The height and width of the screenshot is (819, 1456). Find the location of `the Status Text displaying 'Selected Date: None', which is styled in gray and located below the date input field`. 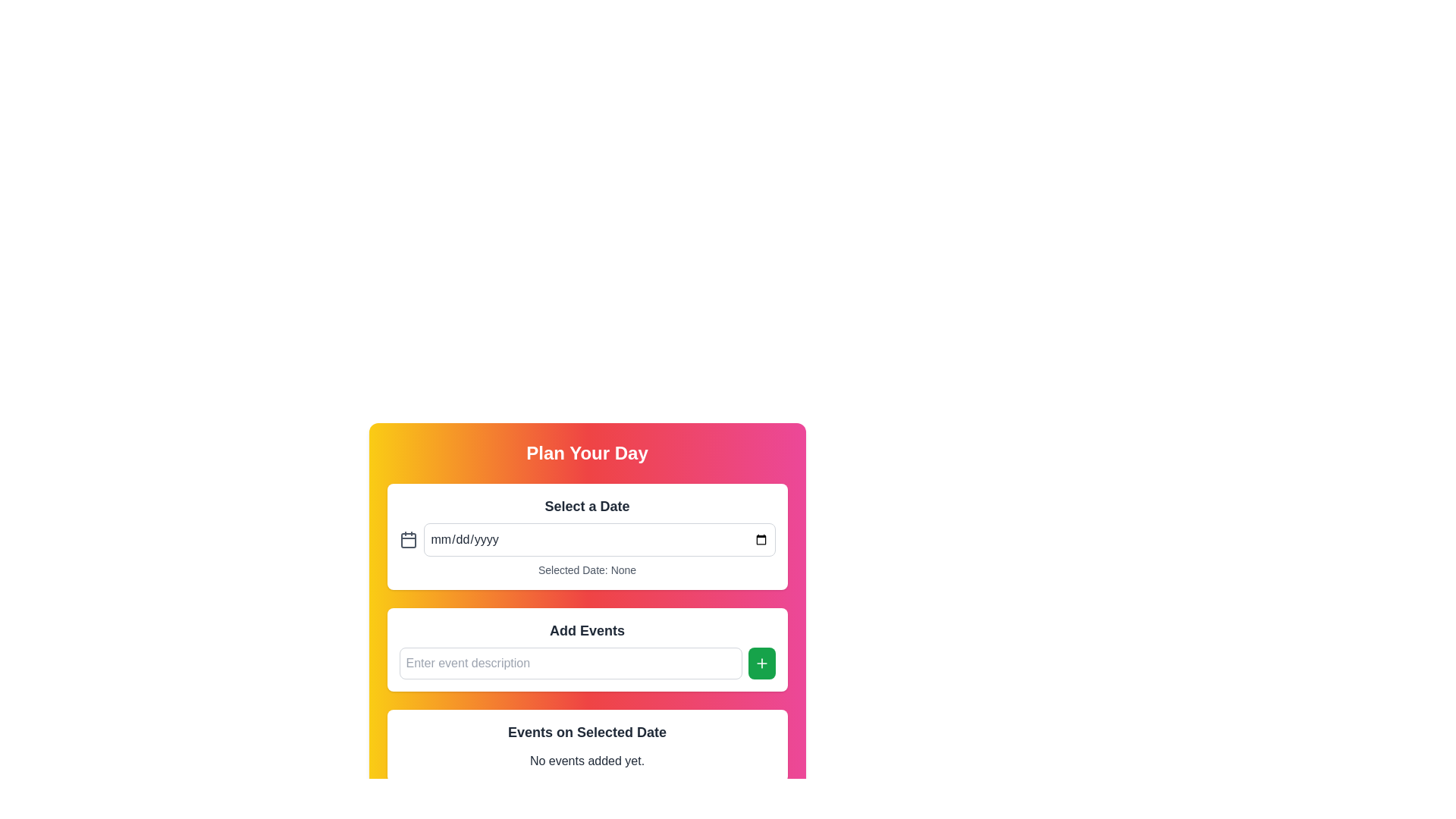

the Status Text displaying 'Selected Date: None', which is styled in gray and located below the date input field is located at coordinates (586, 570).